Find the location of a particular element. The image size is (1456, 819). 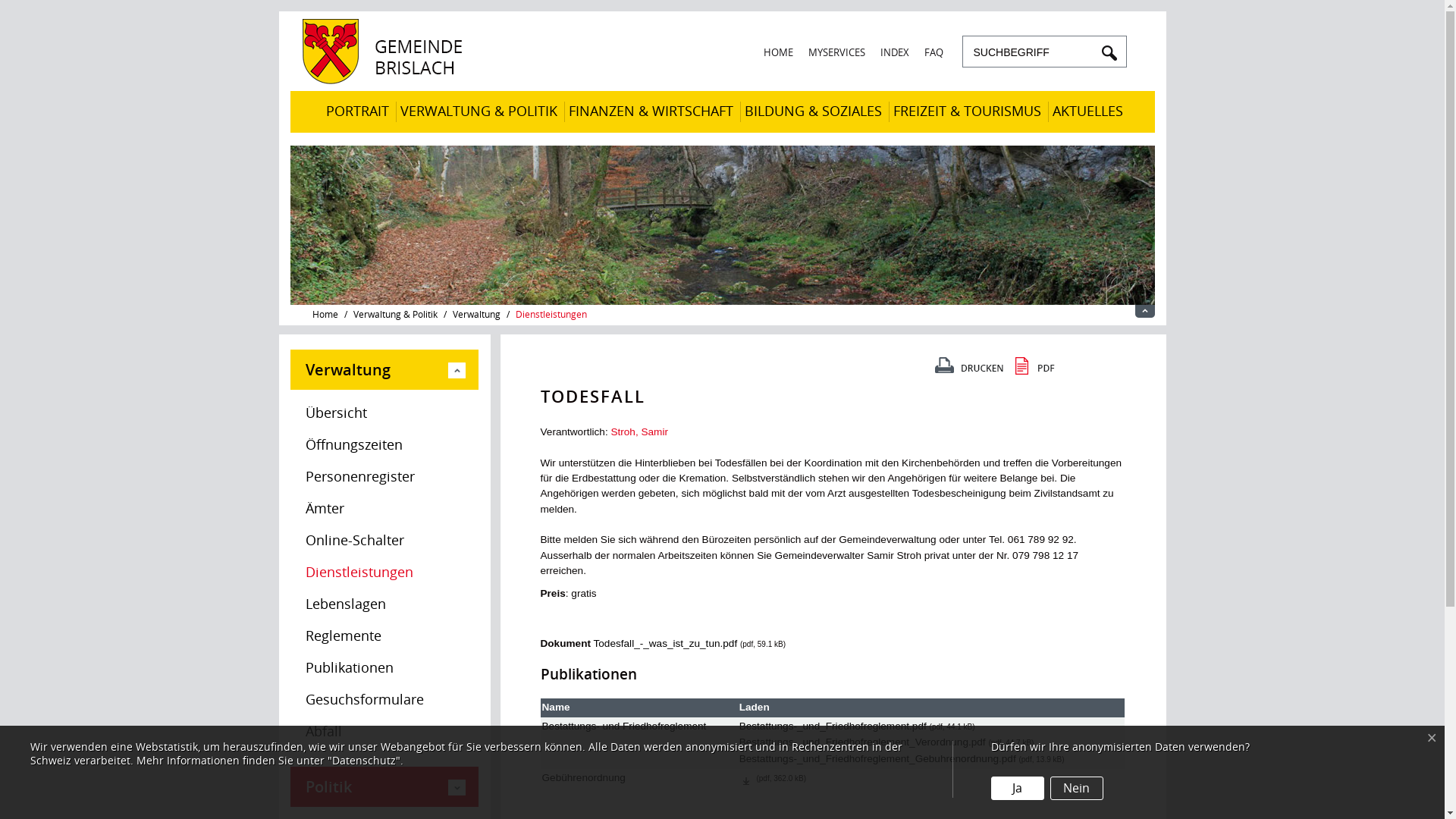

'Personenregister' is located at coordinates (383, 475).